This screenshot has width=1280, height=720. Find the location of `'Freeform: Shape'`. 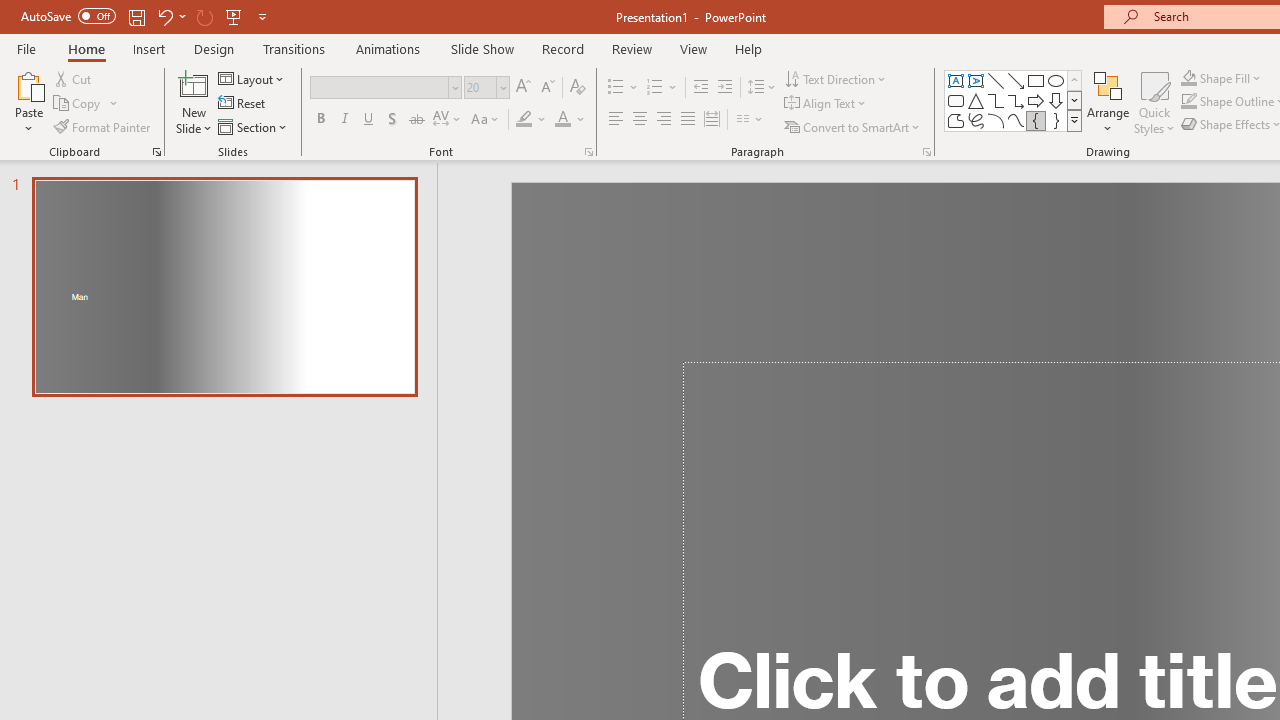

'Freeform: Shape' is located at coordinates (955, 120).